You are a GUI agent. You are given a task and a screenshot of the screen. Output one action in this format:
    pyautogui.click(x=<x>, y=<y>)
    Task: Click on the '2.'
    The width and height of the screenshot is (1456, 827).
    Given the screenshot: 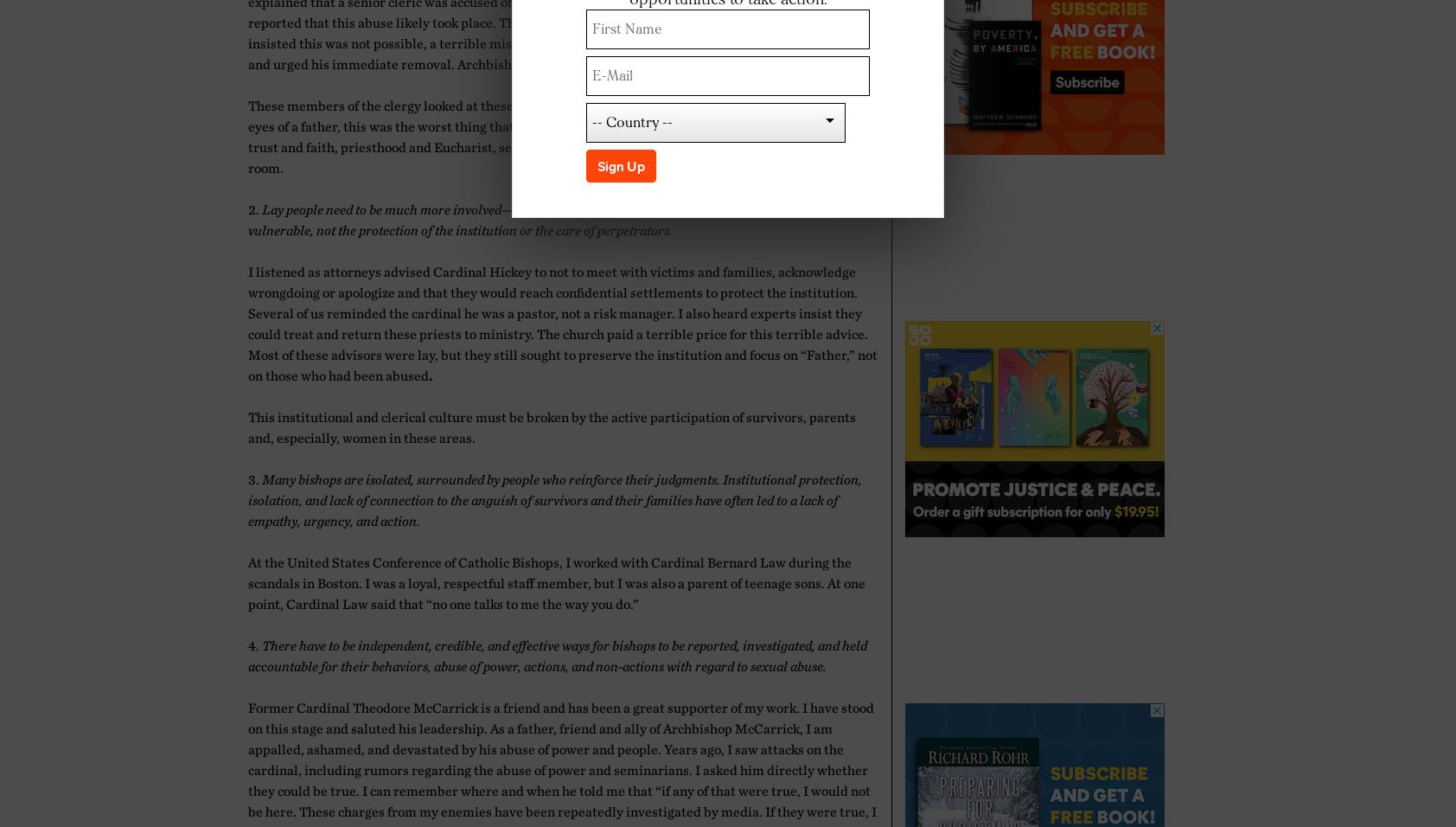 What is the action you would take?
    pyautogui.click(x=247, y=208)
    